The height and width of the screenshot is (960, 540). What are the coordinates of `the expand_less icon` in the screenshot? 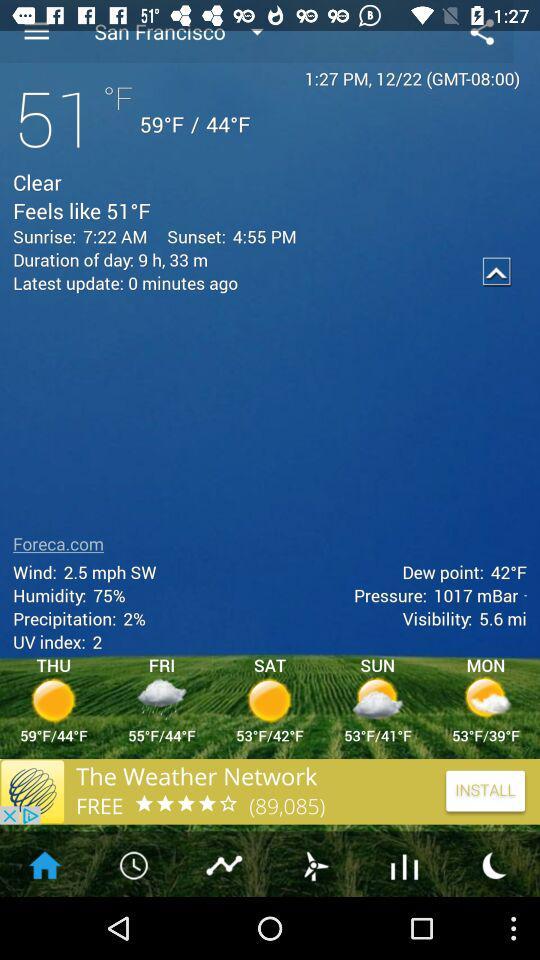 It's located at (496, 289).